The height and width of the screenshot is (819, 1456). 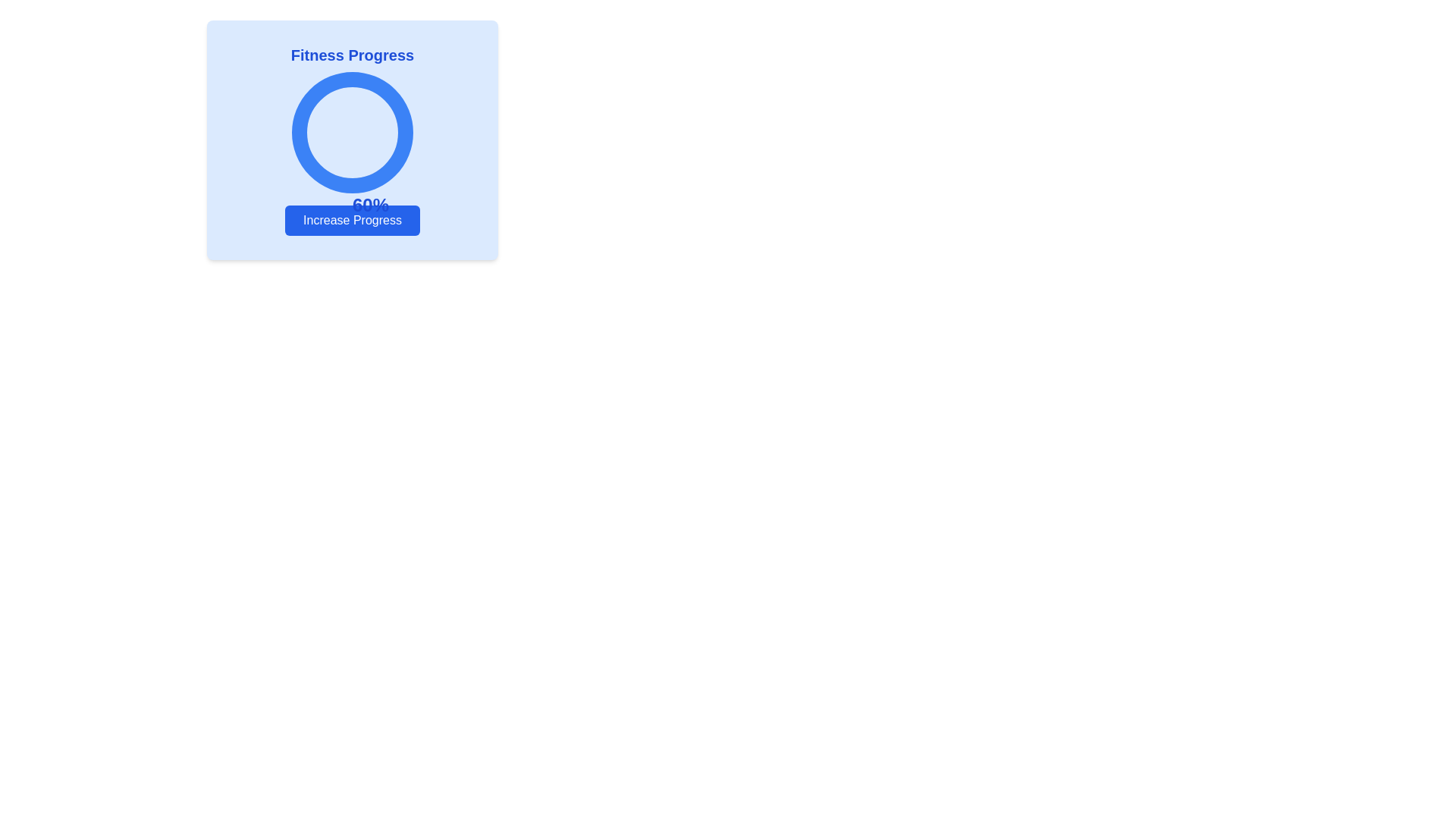 What do you see at coordinates (352, 131) in the screenshot?
I see `the progress represented by the Circular progress indicator, which visually shows a percentage likely related to 'Fitness Progress'` at bounding box center [352, 131].